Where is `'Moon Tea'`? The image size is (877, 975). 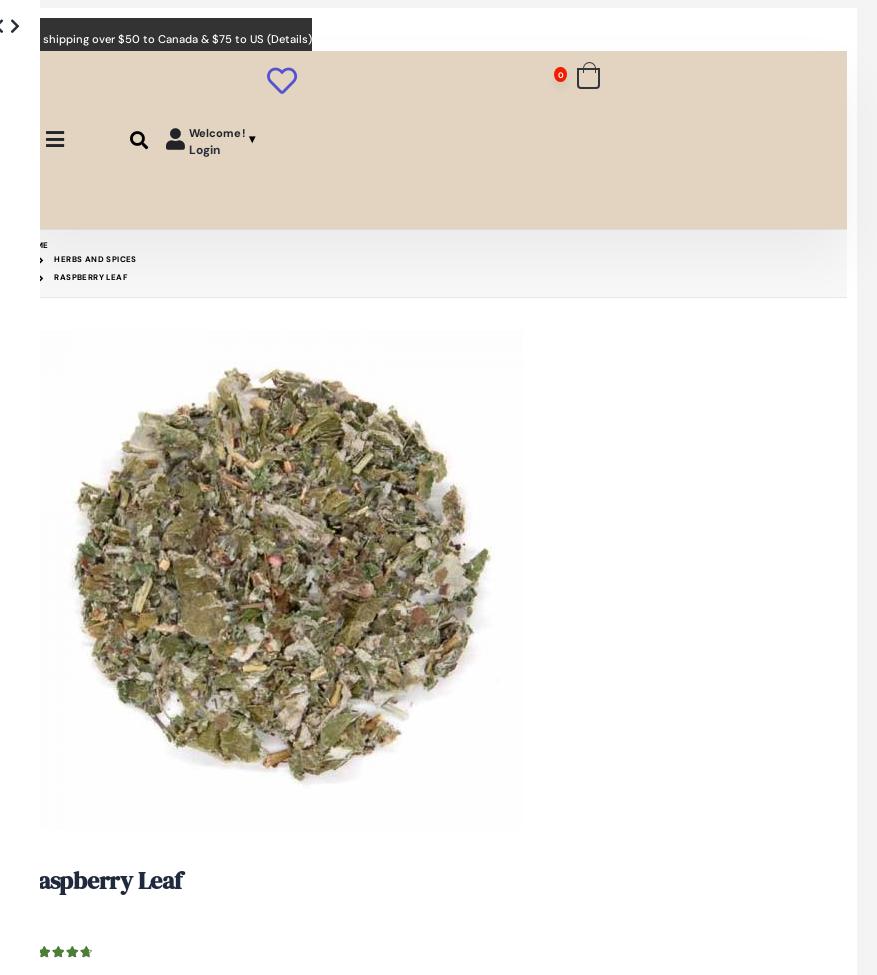
'Moon Tea' is located at coordinates (469, 338).